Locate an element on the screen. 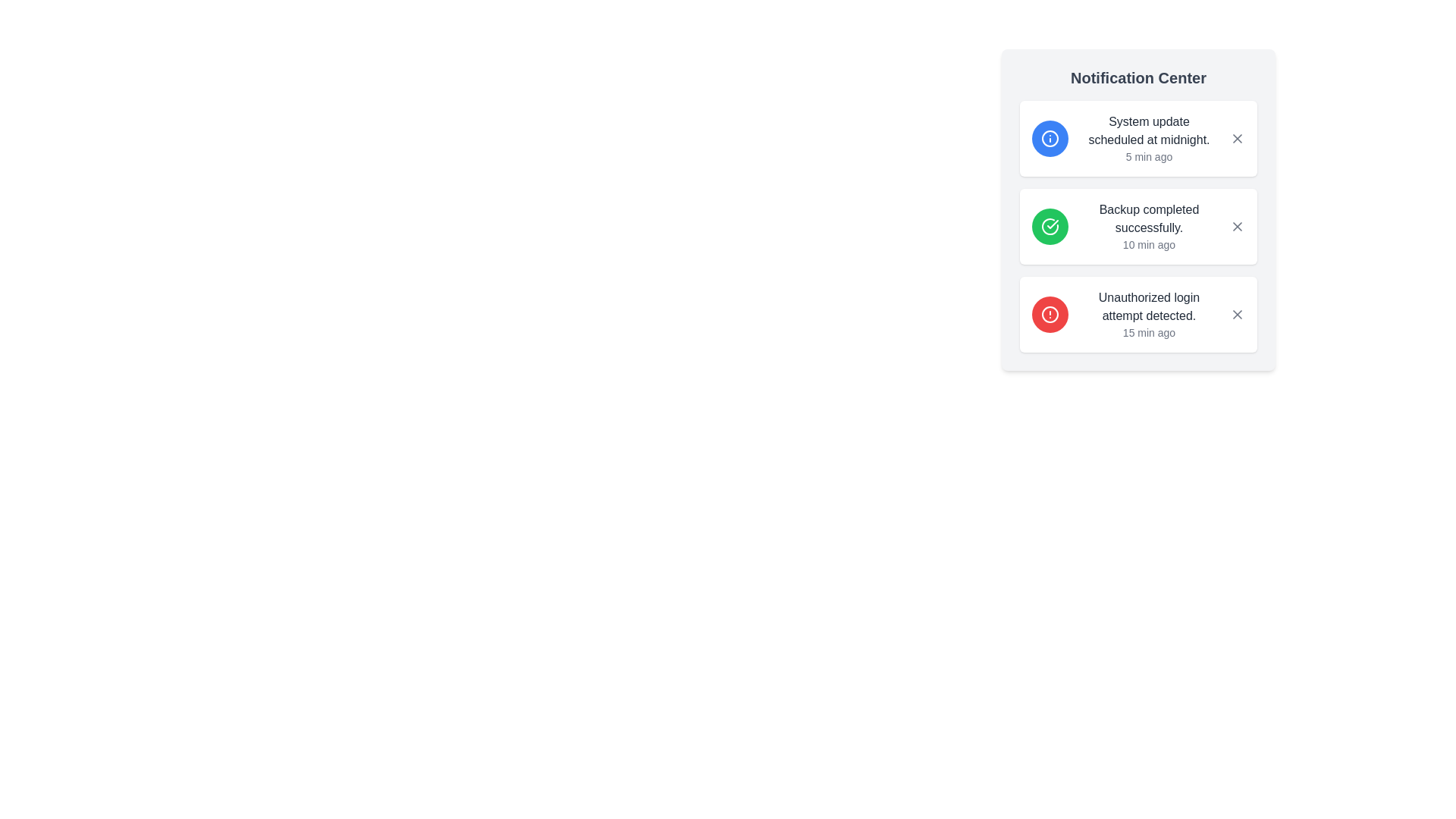 The image size is (1456, 819). the information-type icon located at the top-left corner of the first notification card is located at coordinates (1050, 138).